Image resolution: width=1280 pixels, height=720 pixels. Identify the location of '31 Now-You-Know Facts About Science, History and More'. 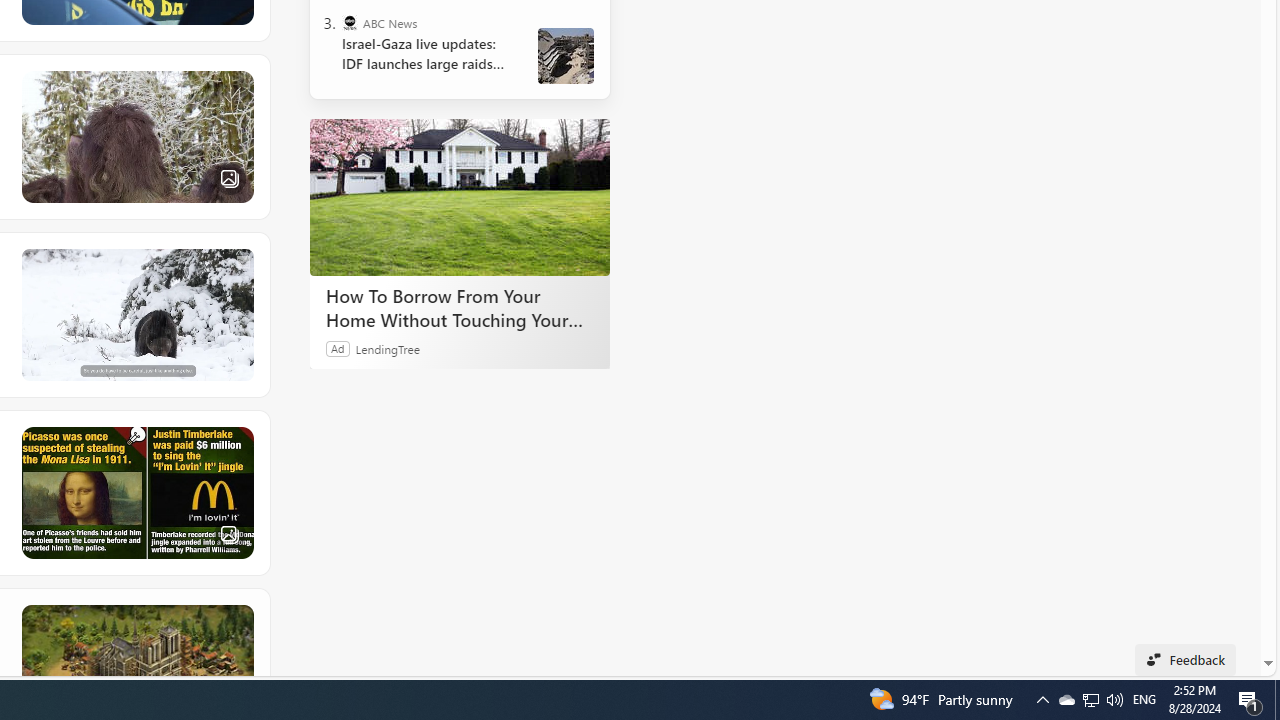
(135, 492).